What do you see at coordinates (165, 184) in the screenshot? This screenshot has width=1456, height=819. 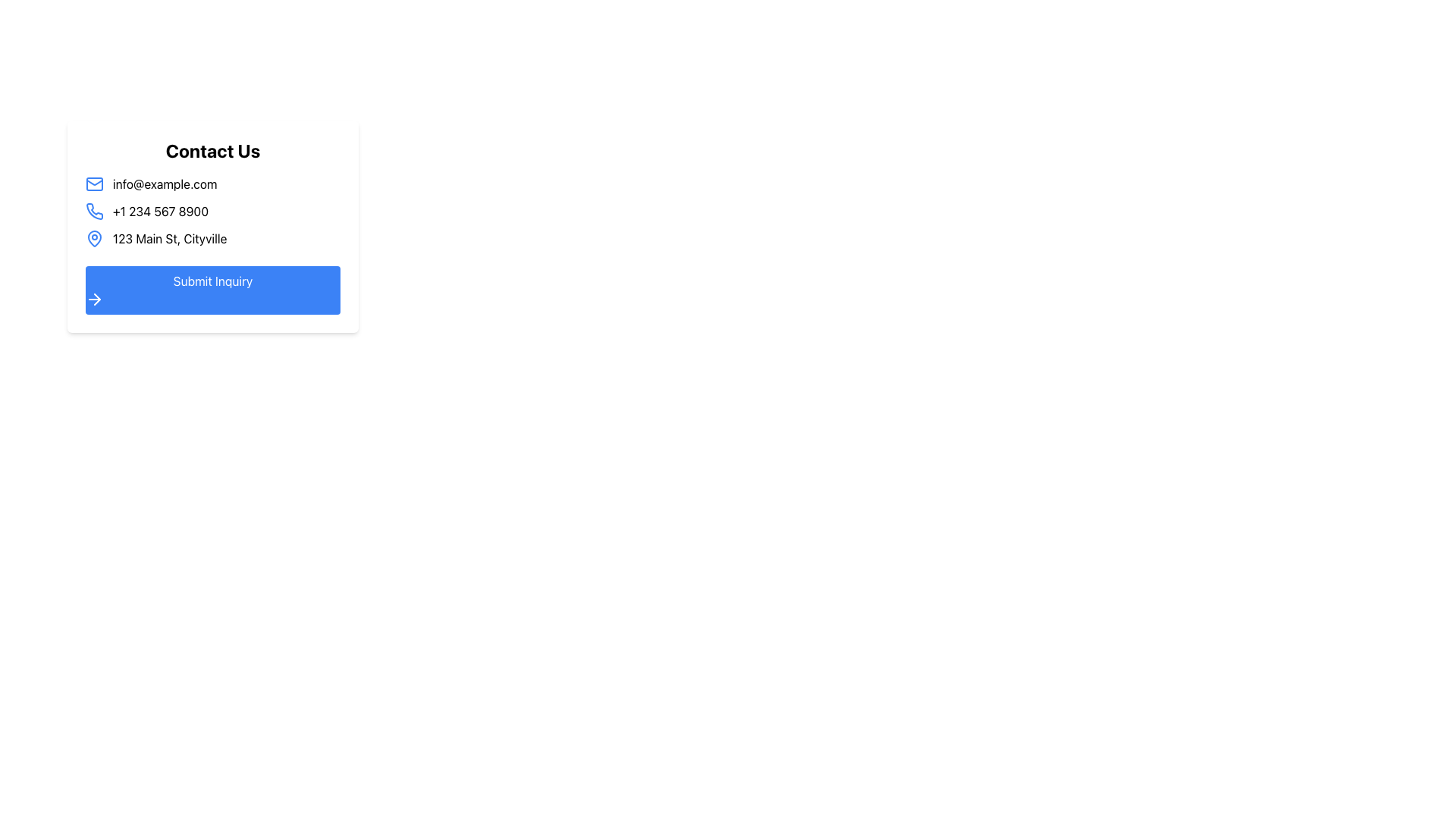 I see `email address displayed as 'info@example.com' in black font, located within the 'Contact Us' card next to an envelope icon` at bounding box center [165, 184].